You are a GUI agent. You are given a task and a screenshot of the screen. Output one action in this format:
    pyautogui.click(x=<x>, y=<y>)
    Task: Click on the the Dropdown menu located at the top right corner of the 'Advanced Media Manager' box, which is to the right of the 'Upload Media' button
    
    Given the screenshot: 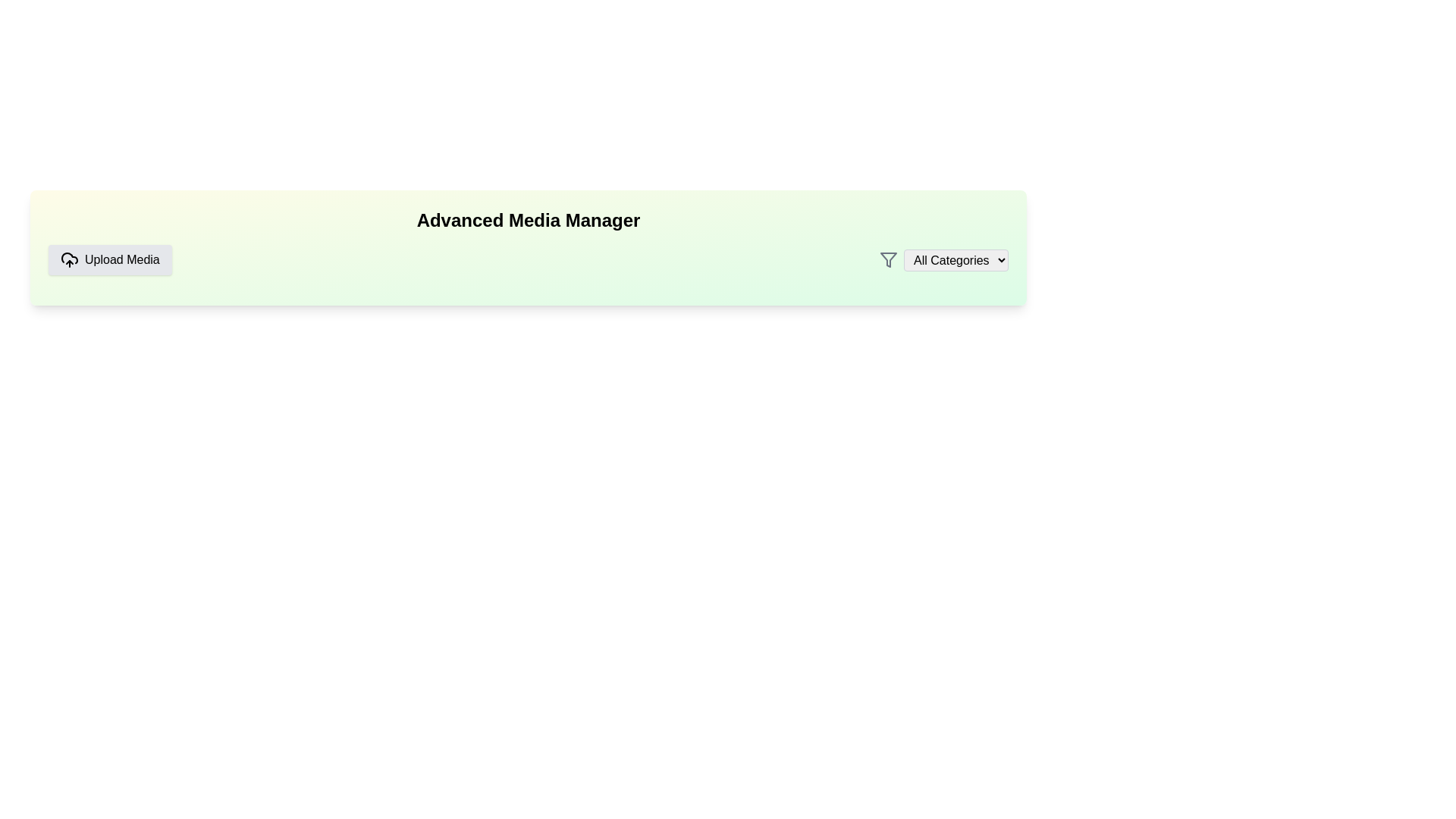 What is the action you would take?
    pyautogui.click(x=943, y=259)
    